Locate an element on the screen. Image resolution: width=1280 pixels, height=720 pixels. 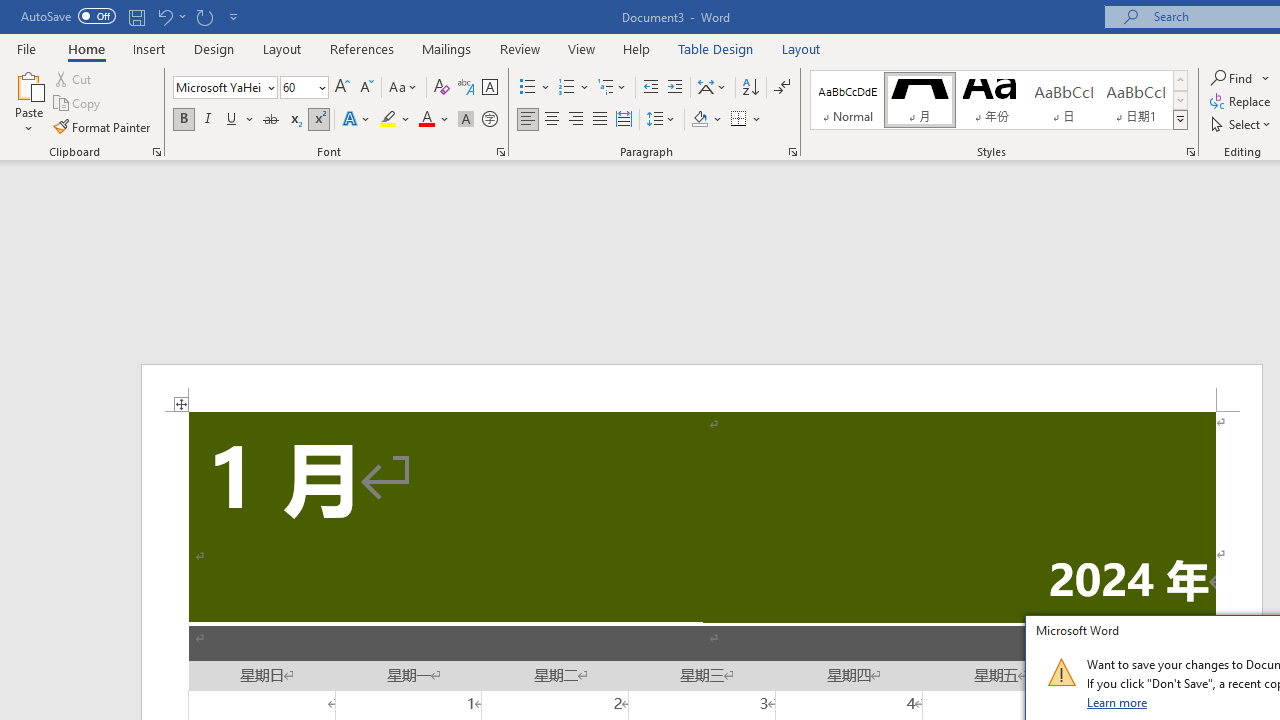
'Distributed' is located at coordinates (623, 119).